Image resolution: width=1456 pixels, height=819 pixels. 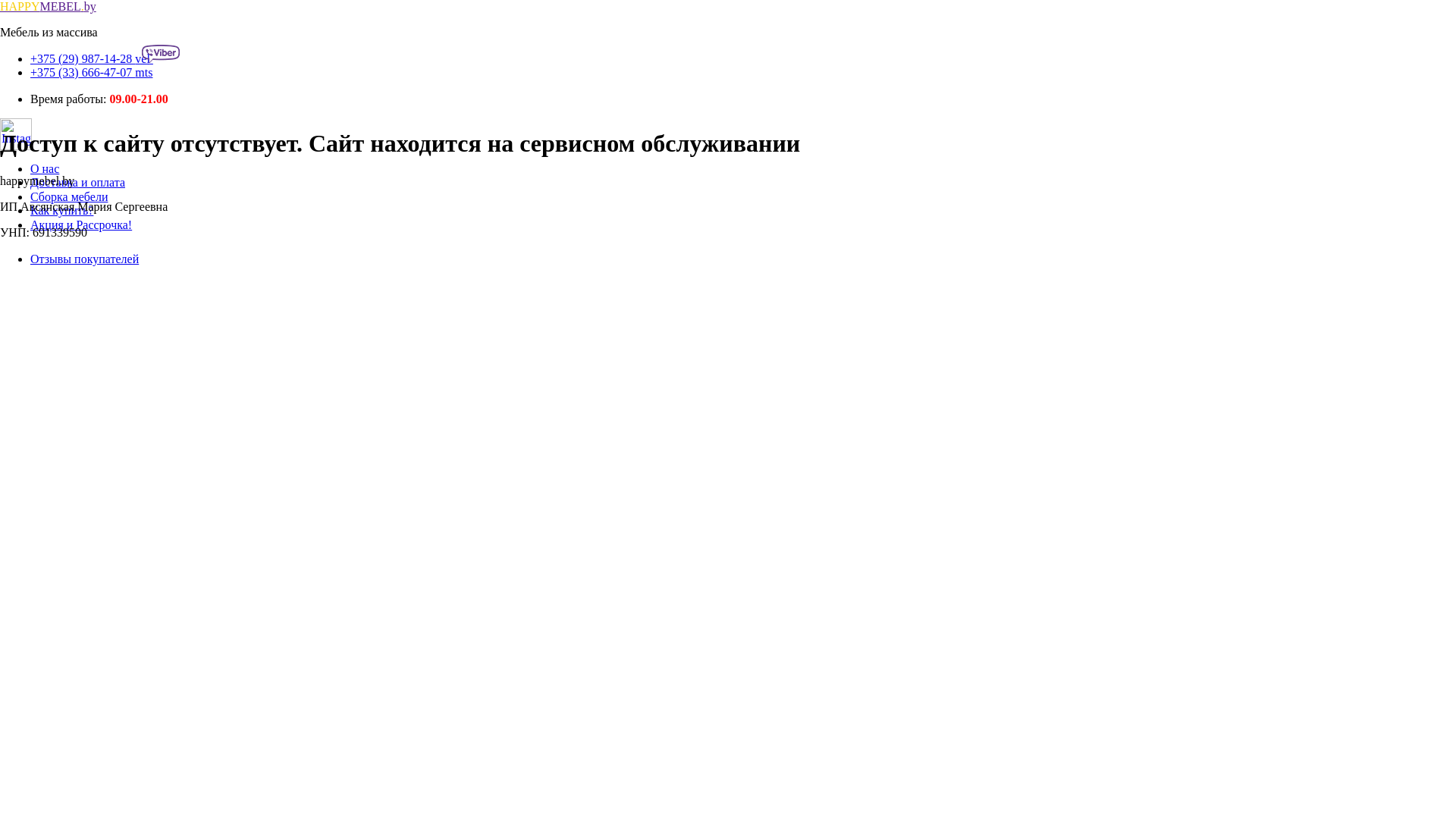 I want to click on 'HAPPYMEBEL.by', so click(x=48, y=6).